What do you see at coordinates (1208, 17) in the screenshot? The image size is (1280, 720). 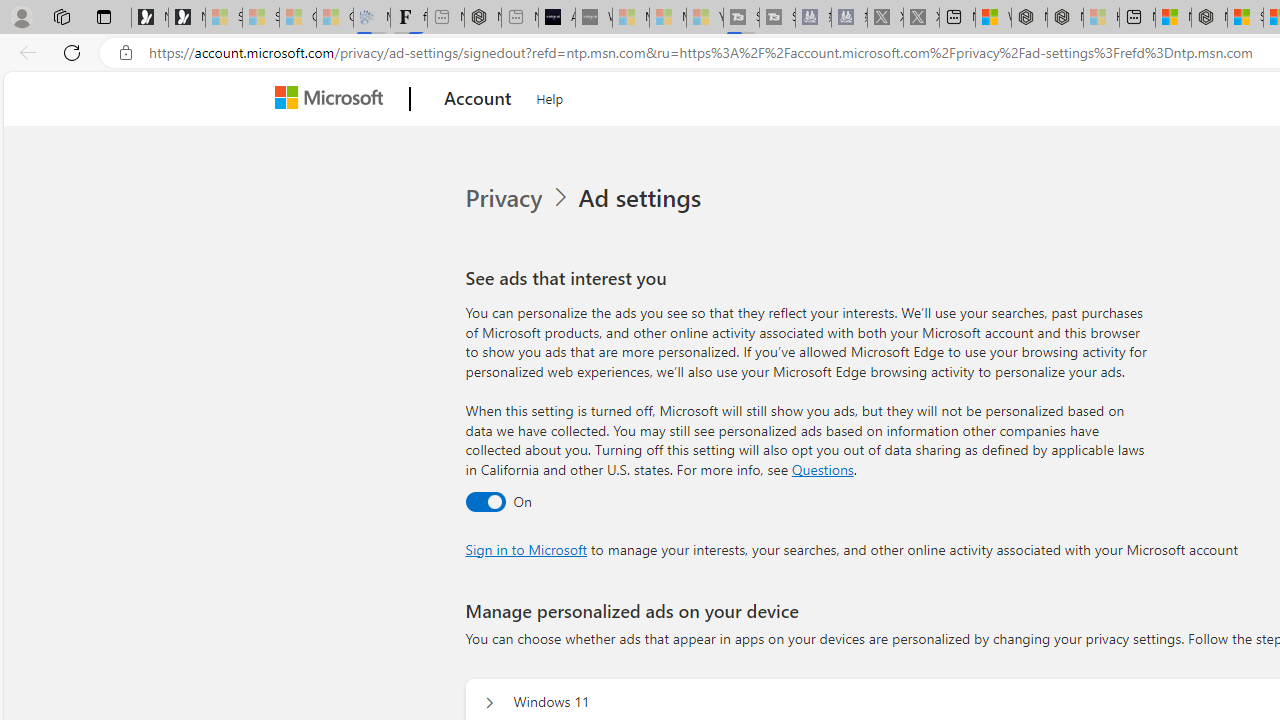 I see `'Nordace - Nordace Siena Is Not An Ordinary Backpack'` at bounding box center [1208, 17].